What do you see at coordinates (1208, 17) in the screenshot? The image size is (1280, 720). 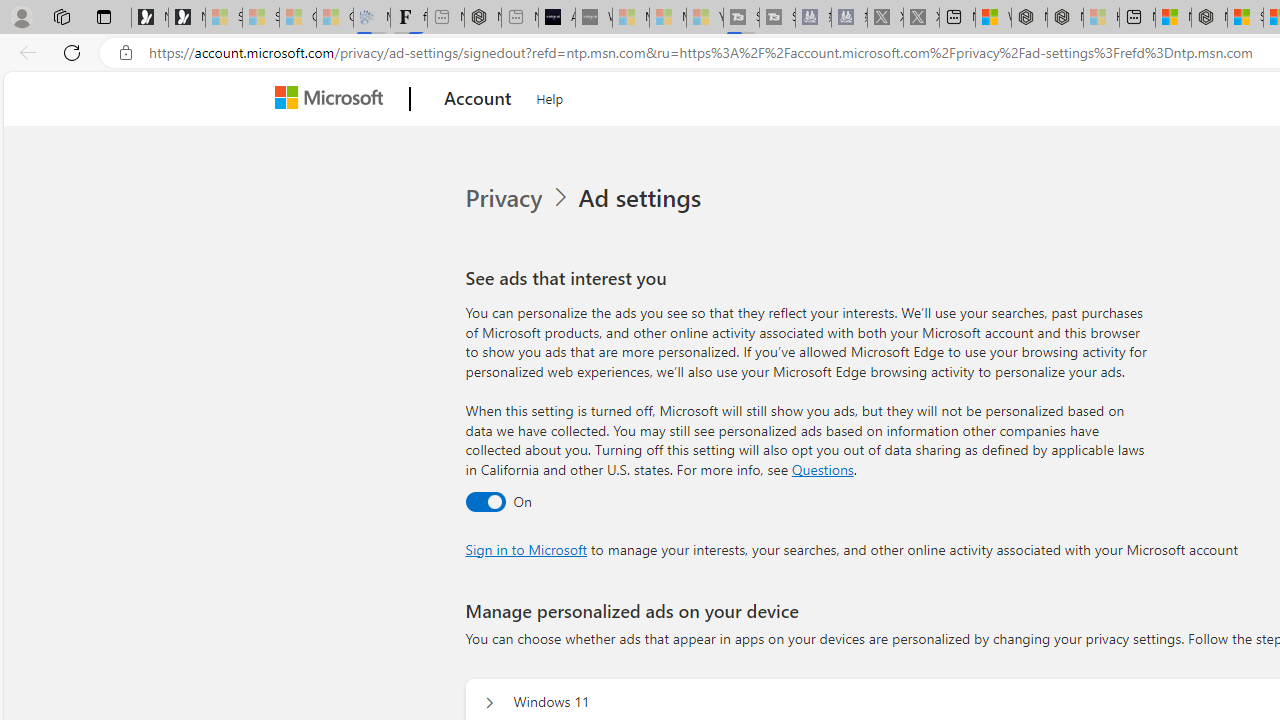 I see `'Nordace - Nordace Siena Is Not An Ordinary Backpack'` at bounding box center [1208, 17].